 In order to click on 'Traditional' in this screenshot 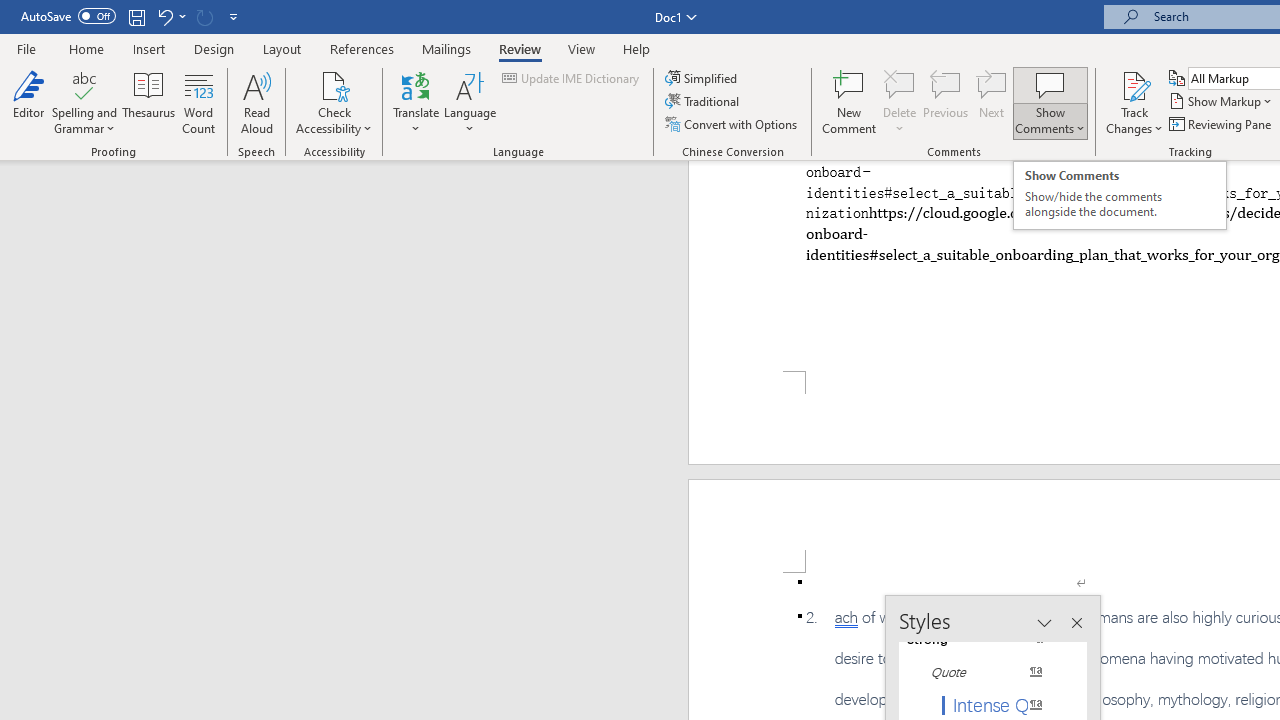, I will do `click(704, 101)`.